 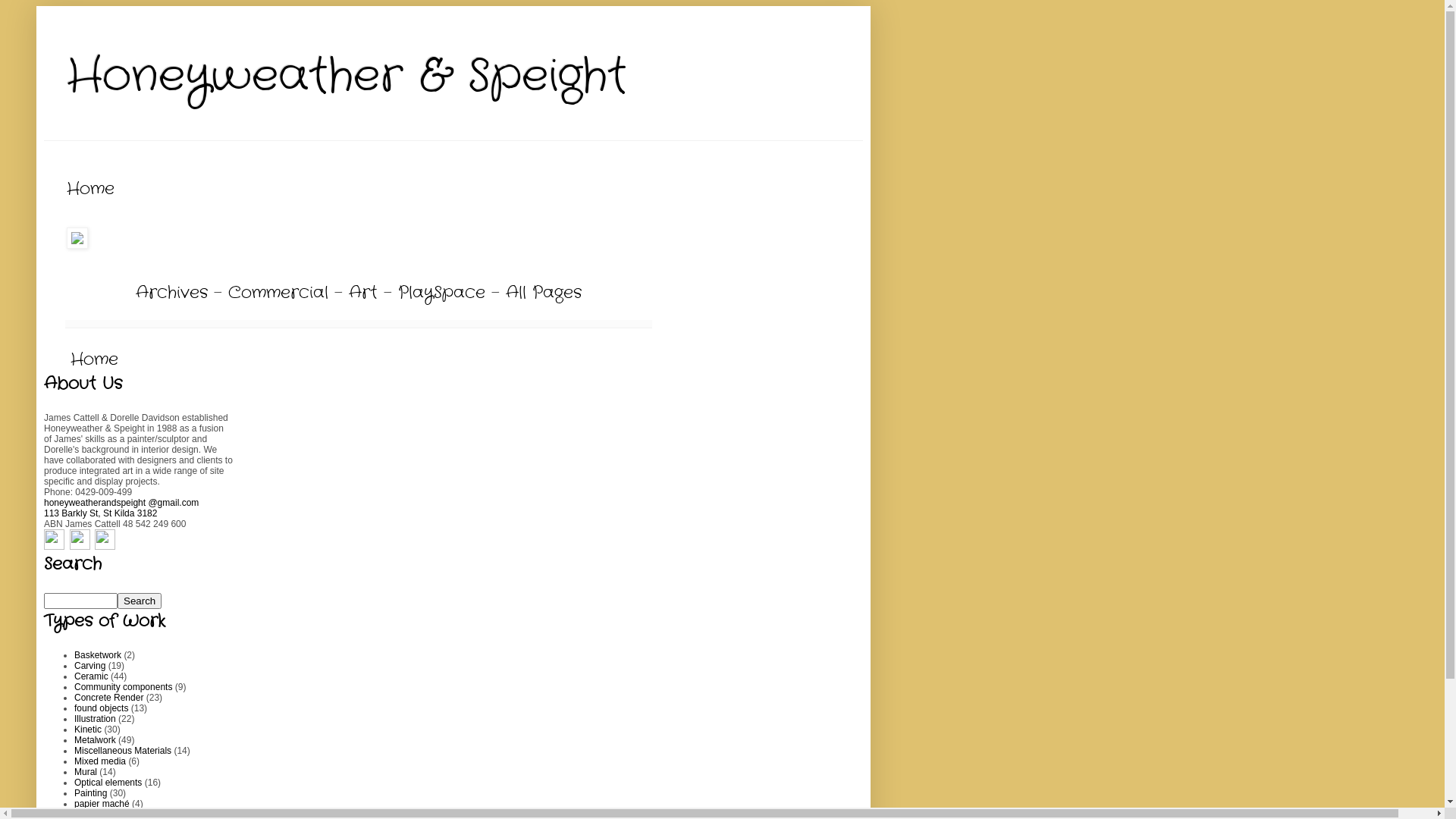 I want to click on 'PlaySpace', so click(x=441, y=292).